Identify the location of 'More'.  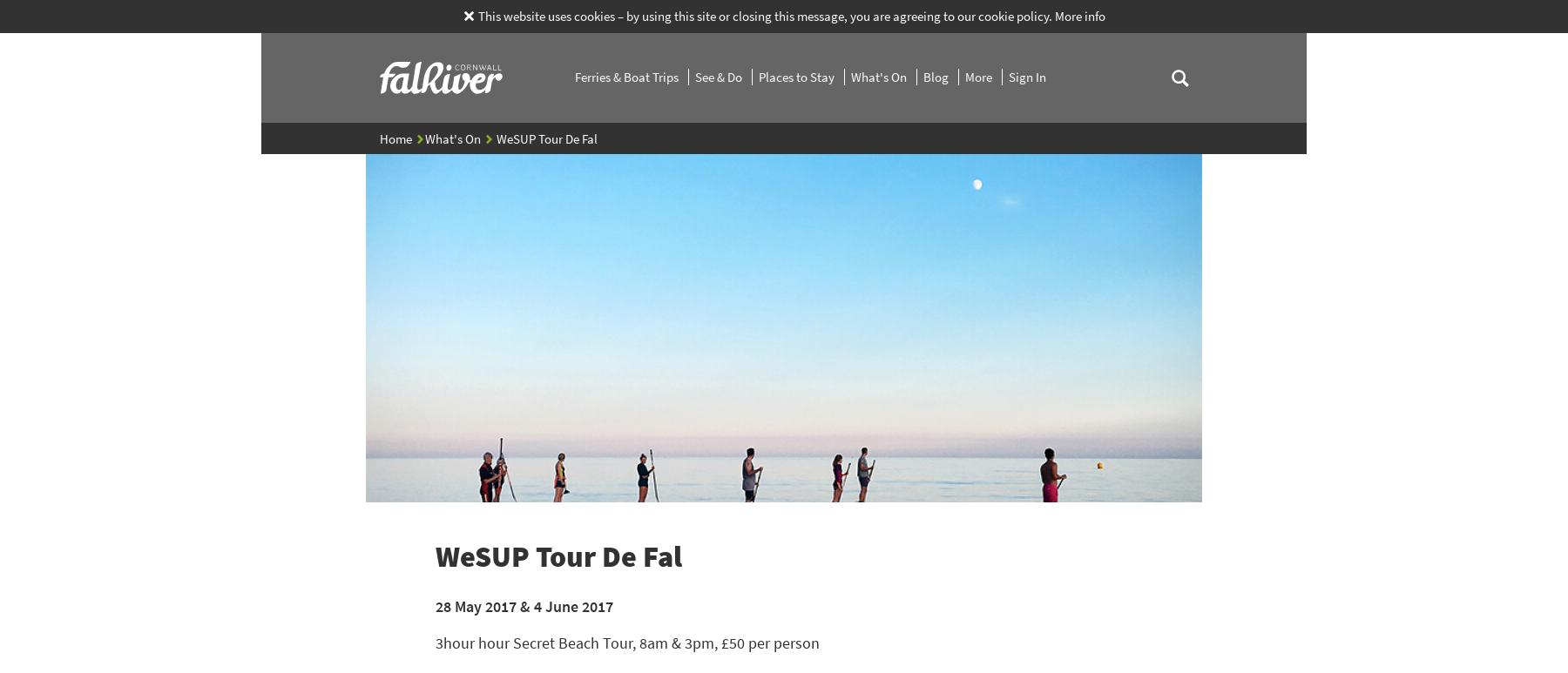
(980, 76).